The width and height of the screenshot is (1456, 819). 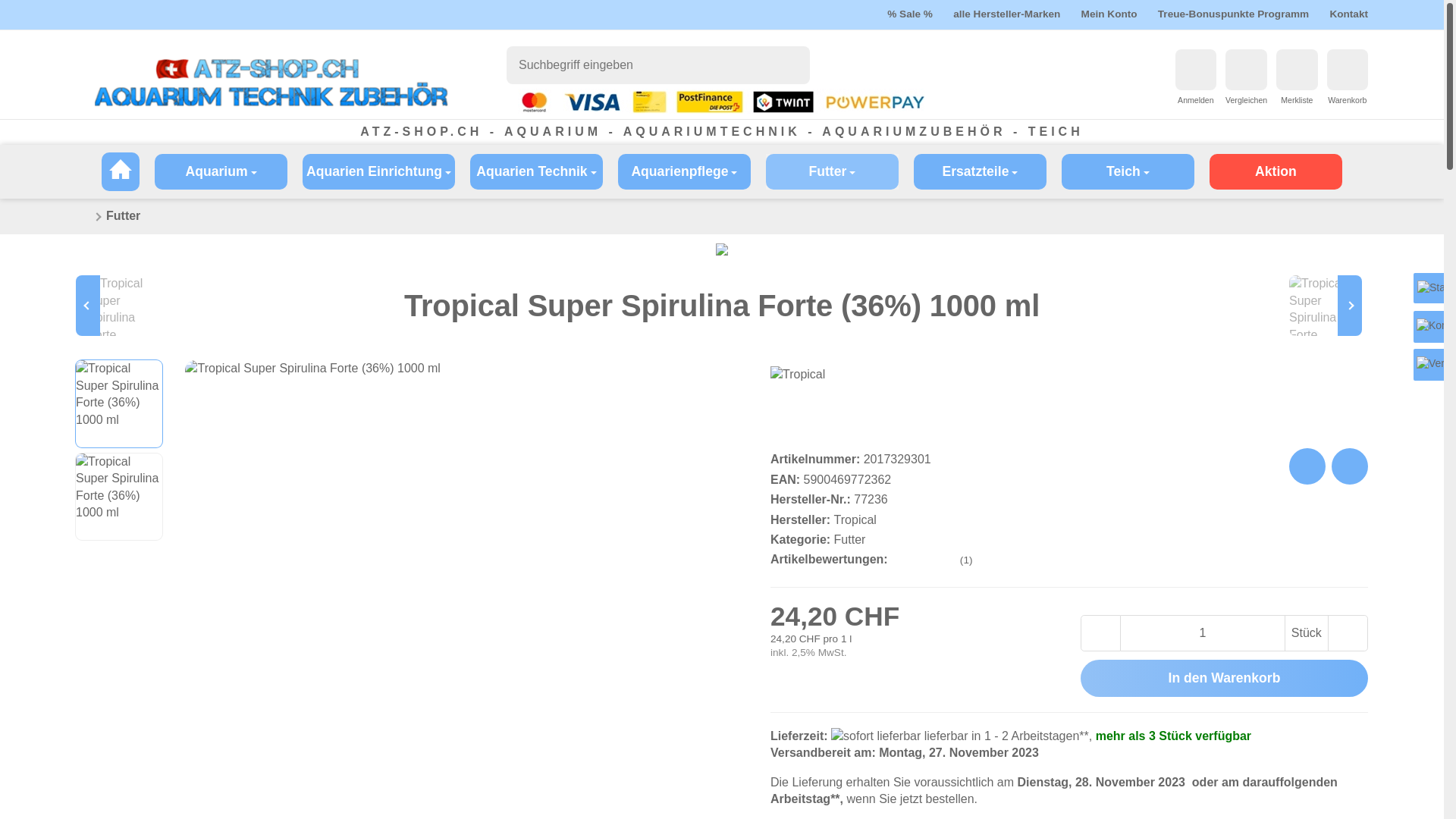 I want to click on 'Anmelden', so click(x=1195, y=70).